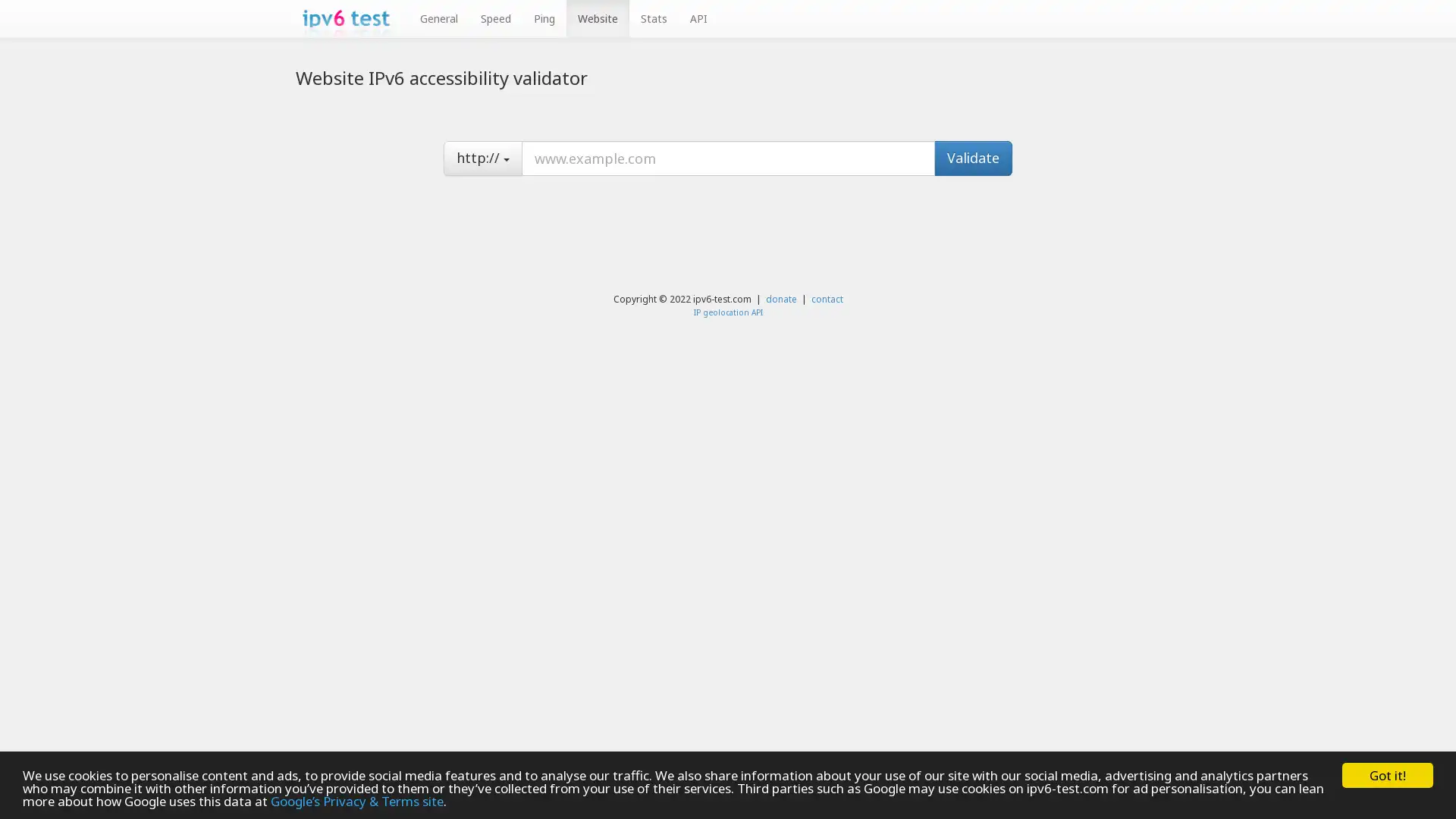  What do you see at coordinates (482, 158) in the screenshot?
I see `http://` at bounding box center [482, 158].